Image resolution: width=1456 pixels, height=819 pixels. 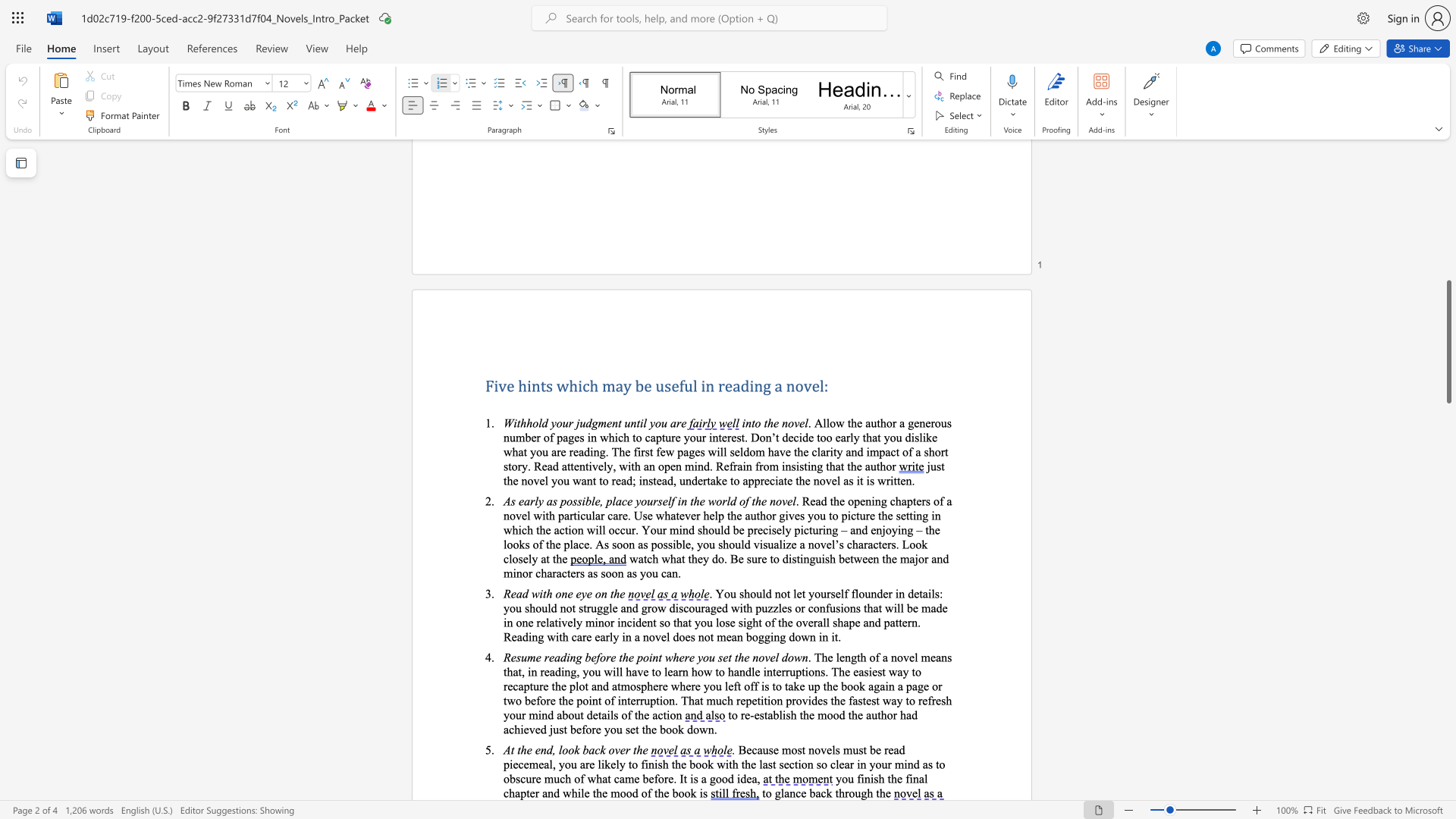 What do you see at coordinates (506, 792) in the screenshot?
I see `the 1th character "c" in the text` at bounding box center [506, 792].